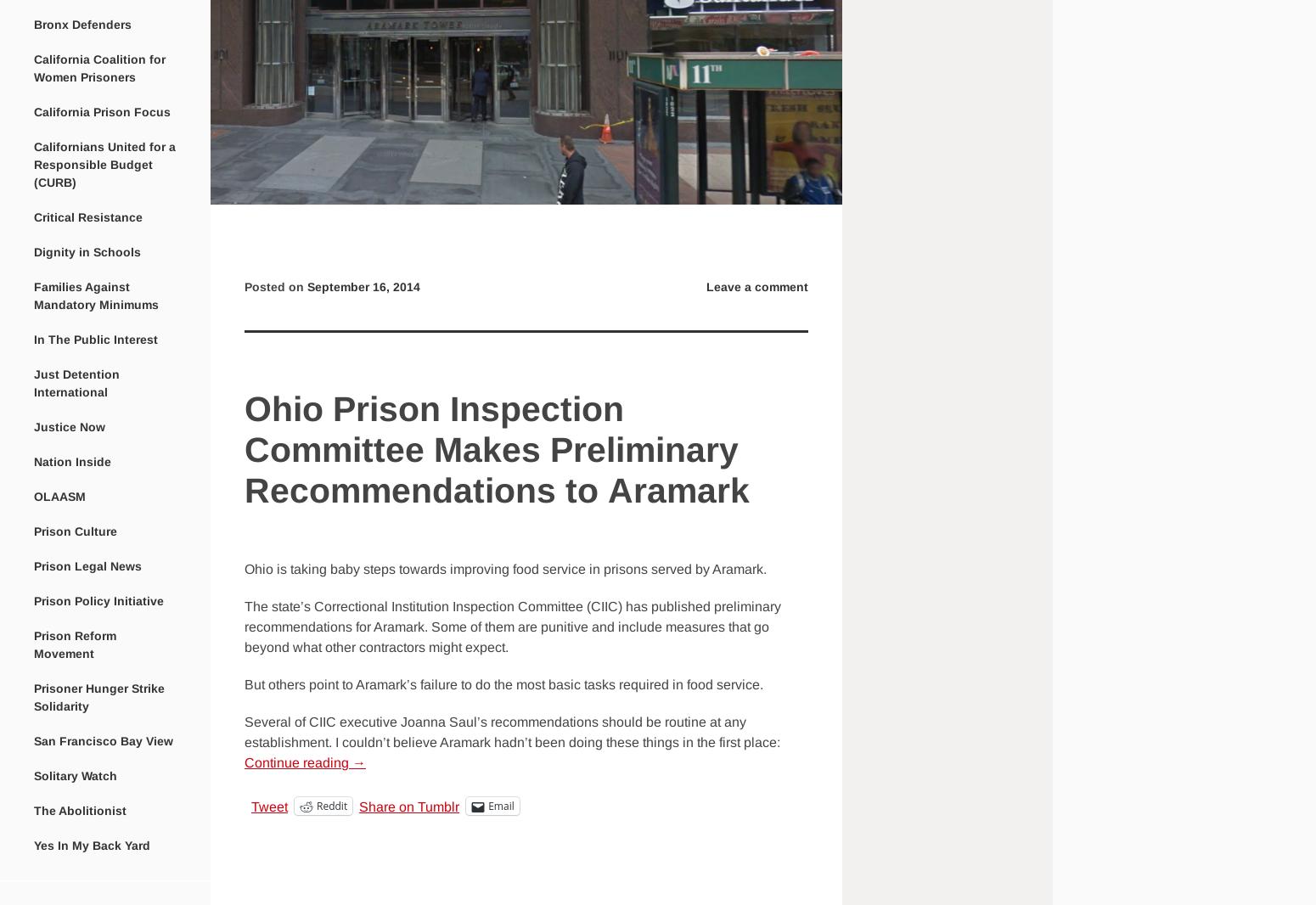 The image size is (1316, 905). Describe the element at coordinates (87, 565) in the screenshot. I see `'Prison Legal News'` at that location.